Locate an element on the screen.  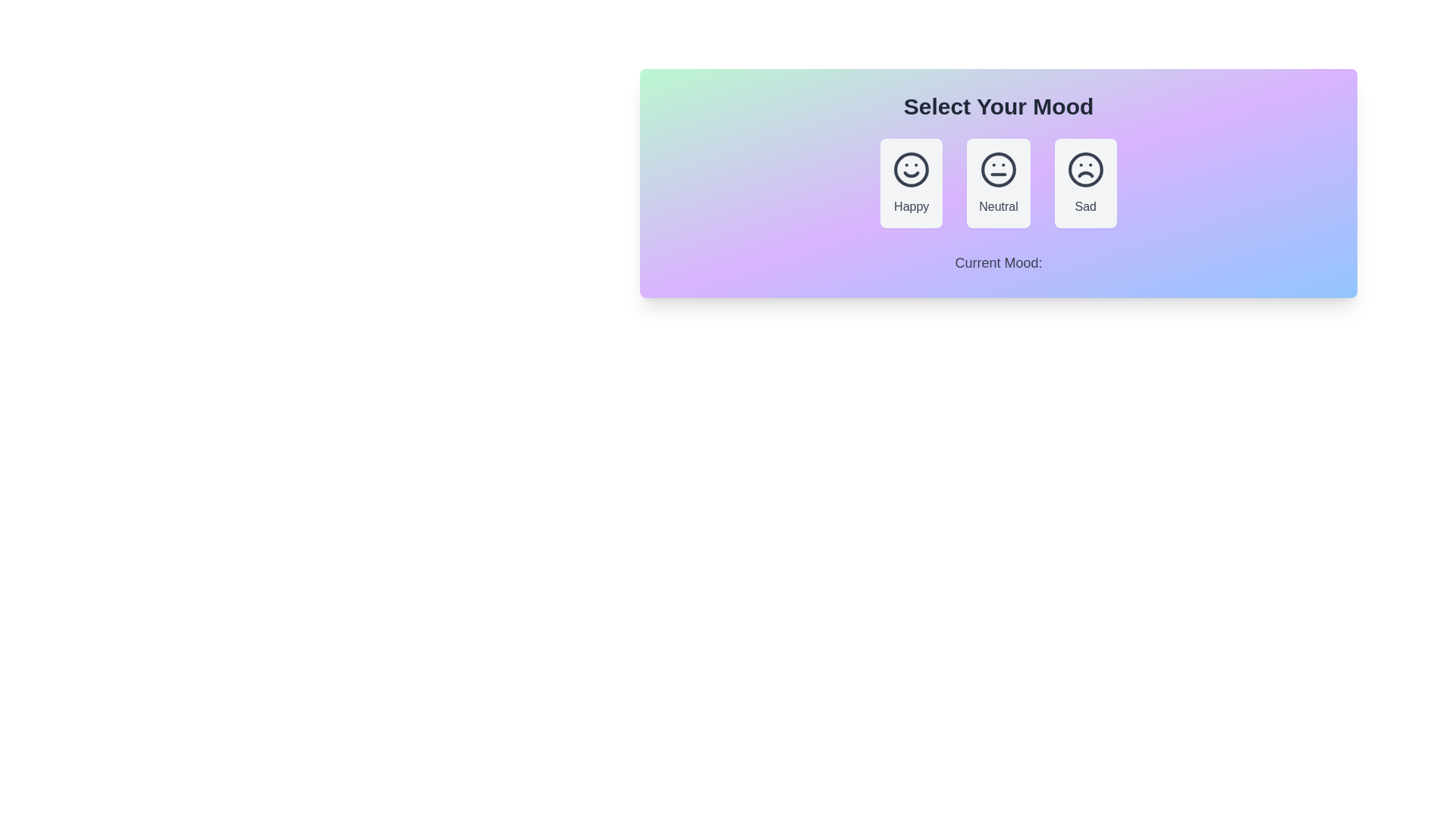
the Sad button to observe its hover effects is located at coordinates (1084, 183).